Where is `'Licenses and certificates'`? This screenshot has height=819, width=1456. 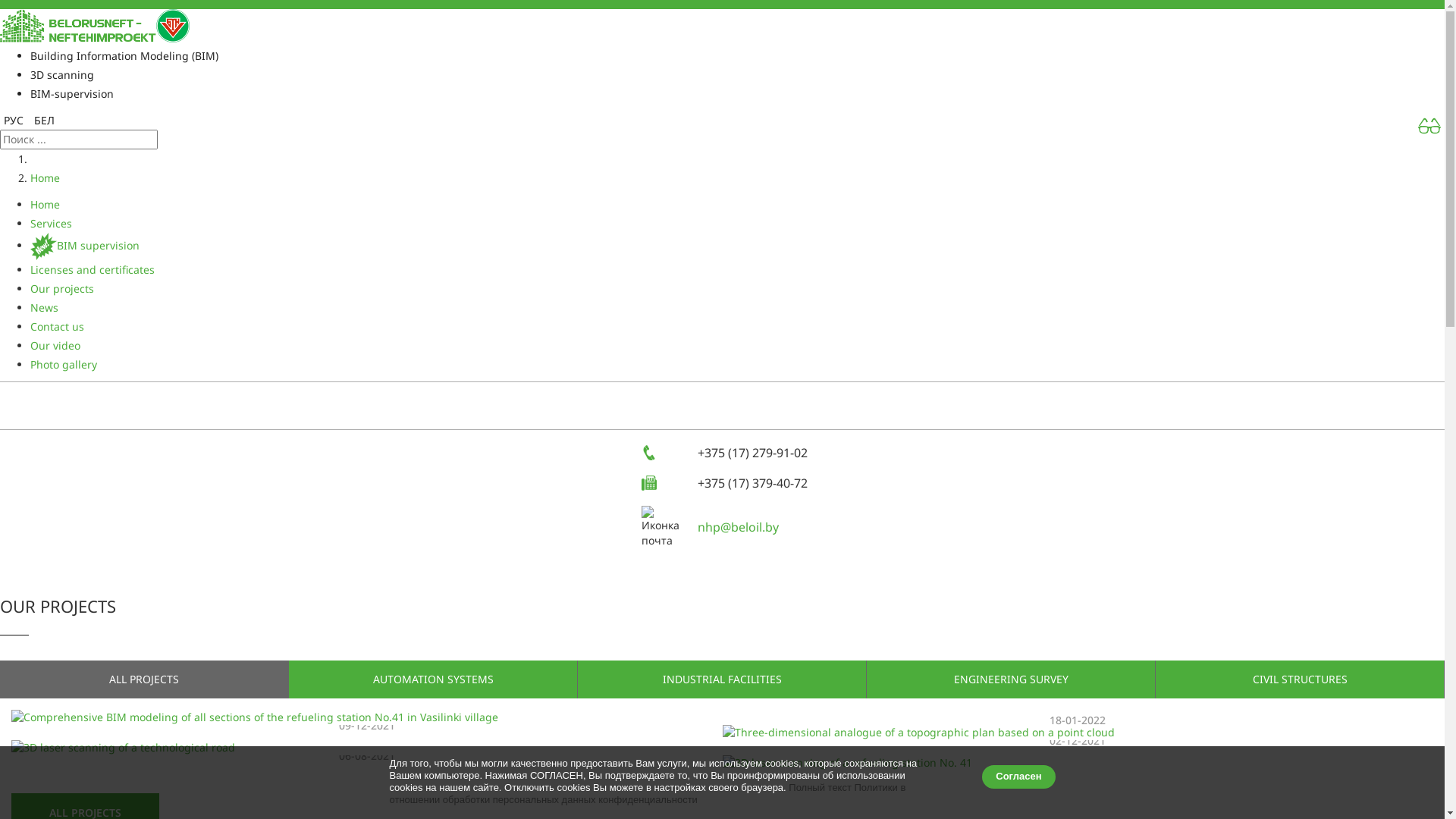
'Licenses and certificates' is located at coordinates (91, 268).